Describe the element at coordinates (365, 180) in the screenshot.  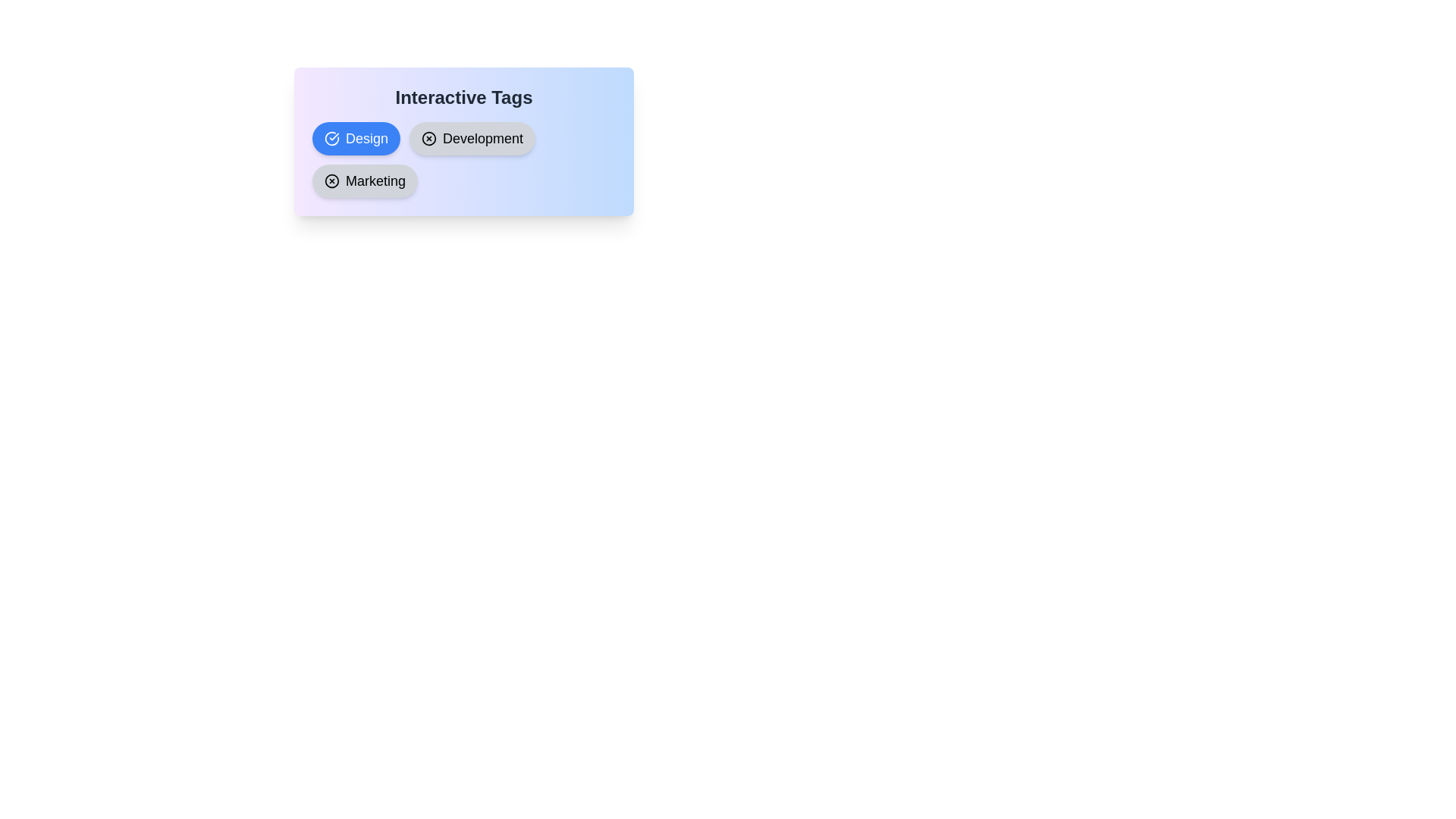
I see `the chip labeled 'Marketing' to observe its hover effect` at that location.